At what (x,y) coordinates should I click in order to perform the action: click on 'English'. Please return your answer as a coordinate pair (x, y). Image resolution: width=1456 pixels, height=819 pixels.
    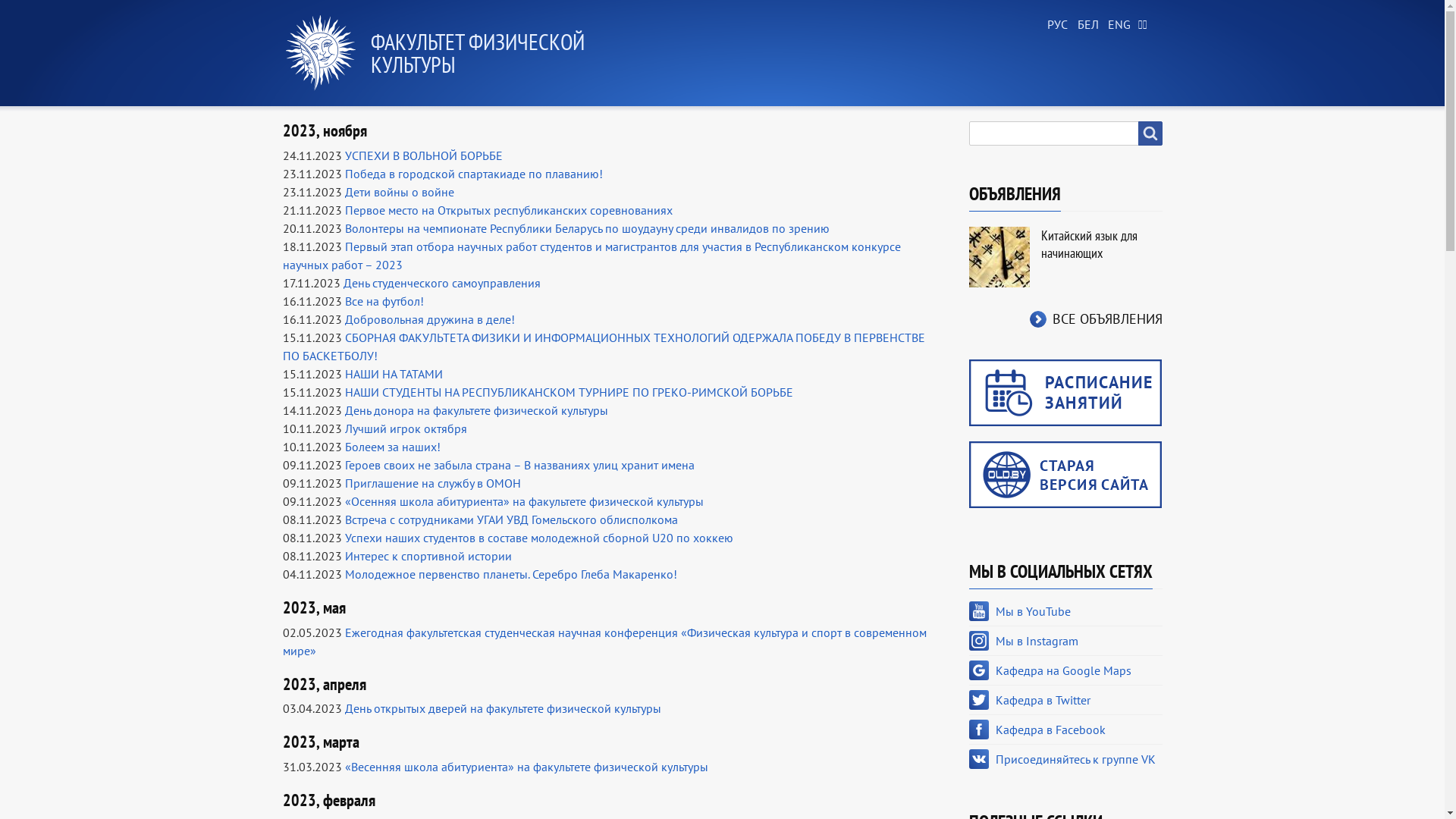
    Looking at the image, I should click on (1116, 25).